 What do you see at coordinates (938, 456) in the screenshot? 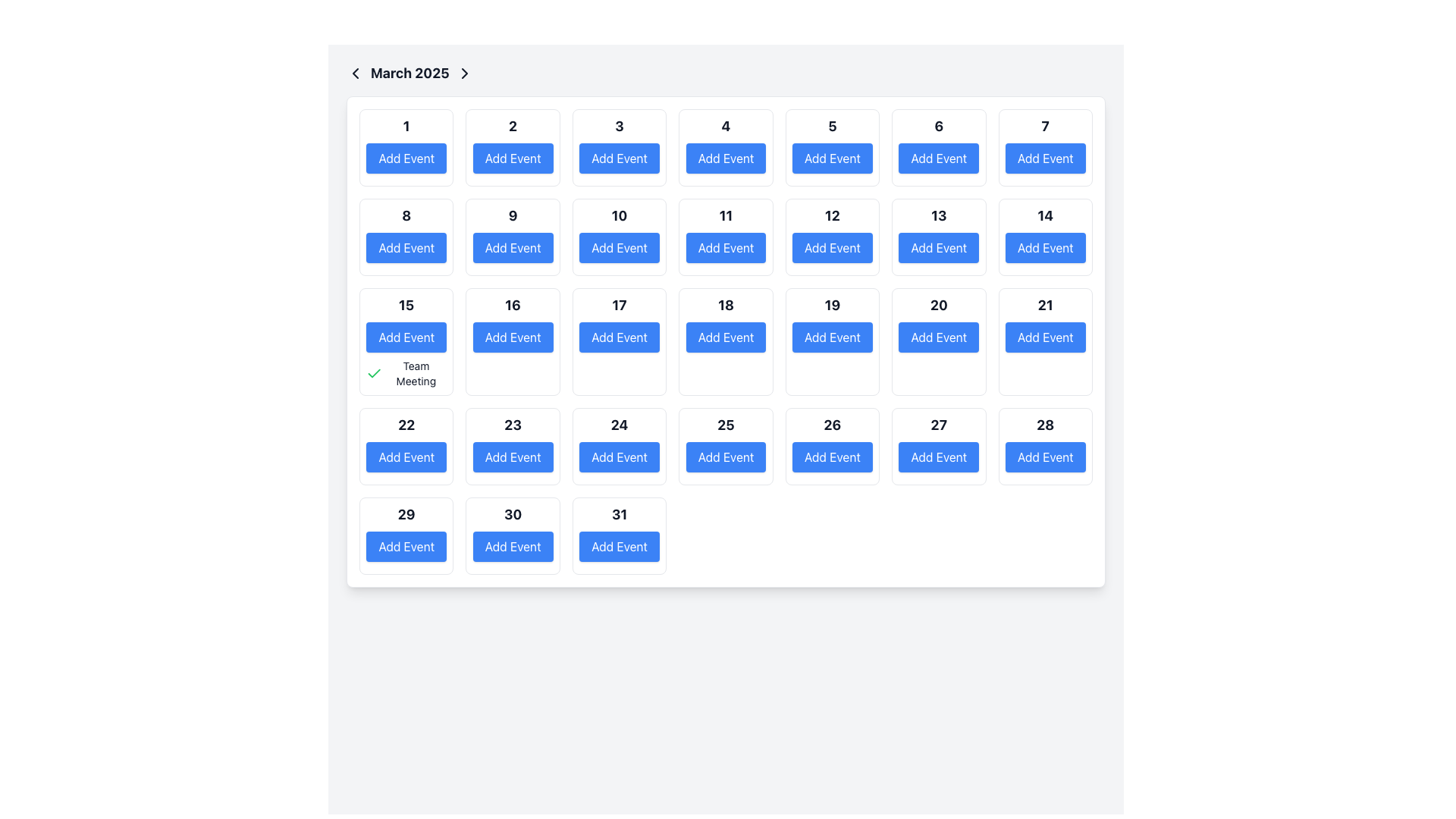
I see `the 'Add Event' button with a blue background and white text located in the last column of the fourth row of the calendar view` at bounding box center [938, 456].